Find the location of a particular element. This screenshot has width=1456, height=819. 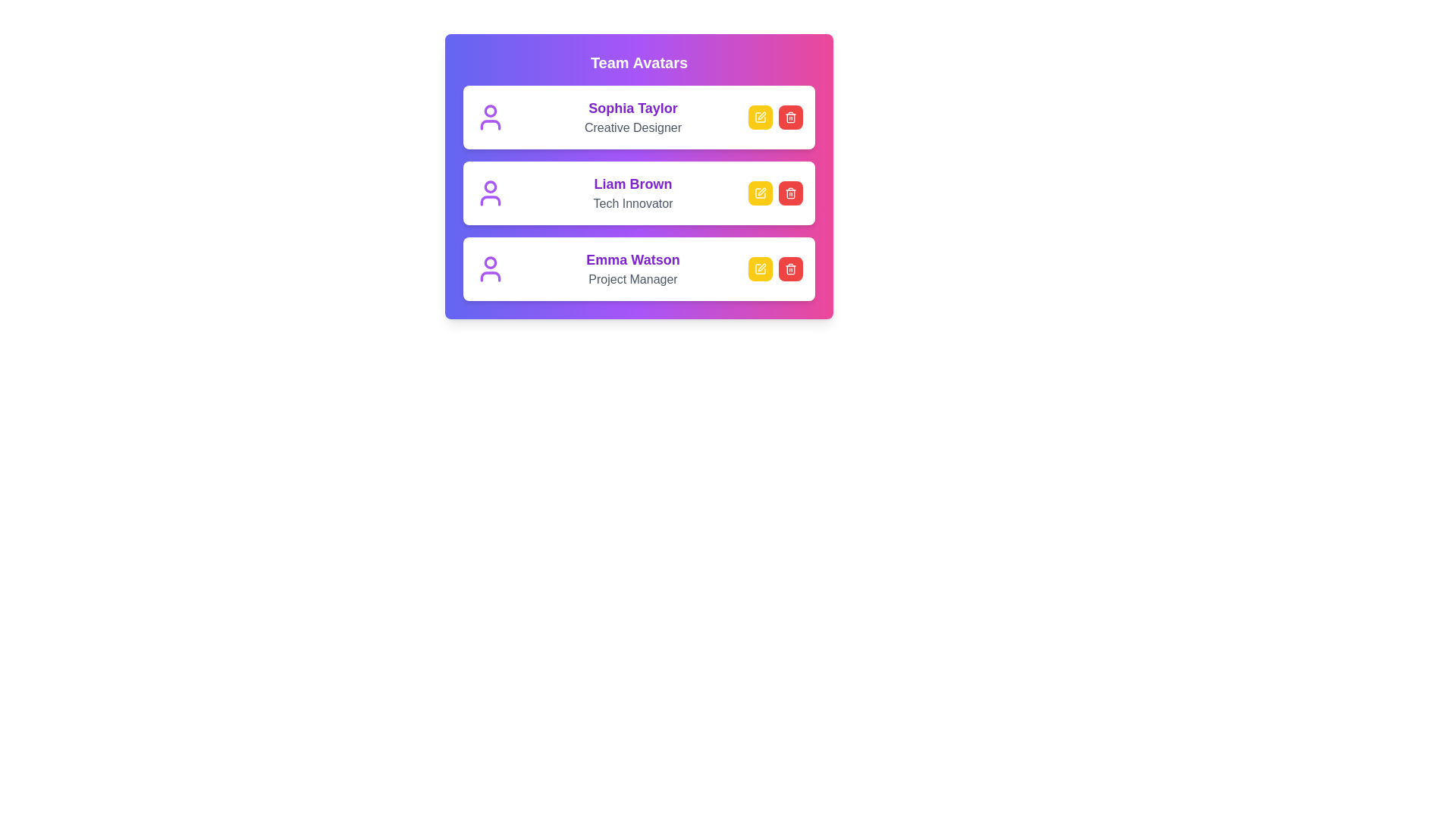

the Profile Card representing the team member's information, located between 'Liam Brown - Tech Innovator' and an empty space in the vertical list is located at coordinates (639, 268).